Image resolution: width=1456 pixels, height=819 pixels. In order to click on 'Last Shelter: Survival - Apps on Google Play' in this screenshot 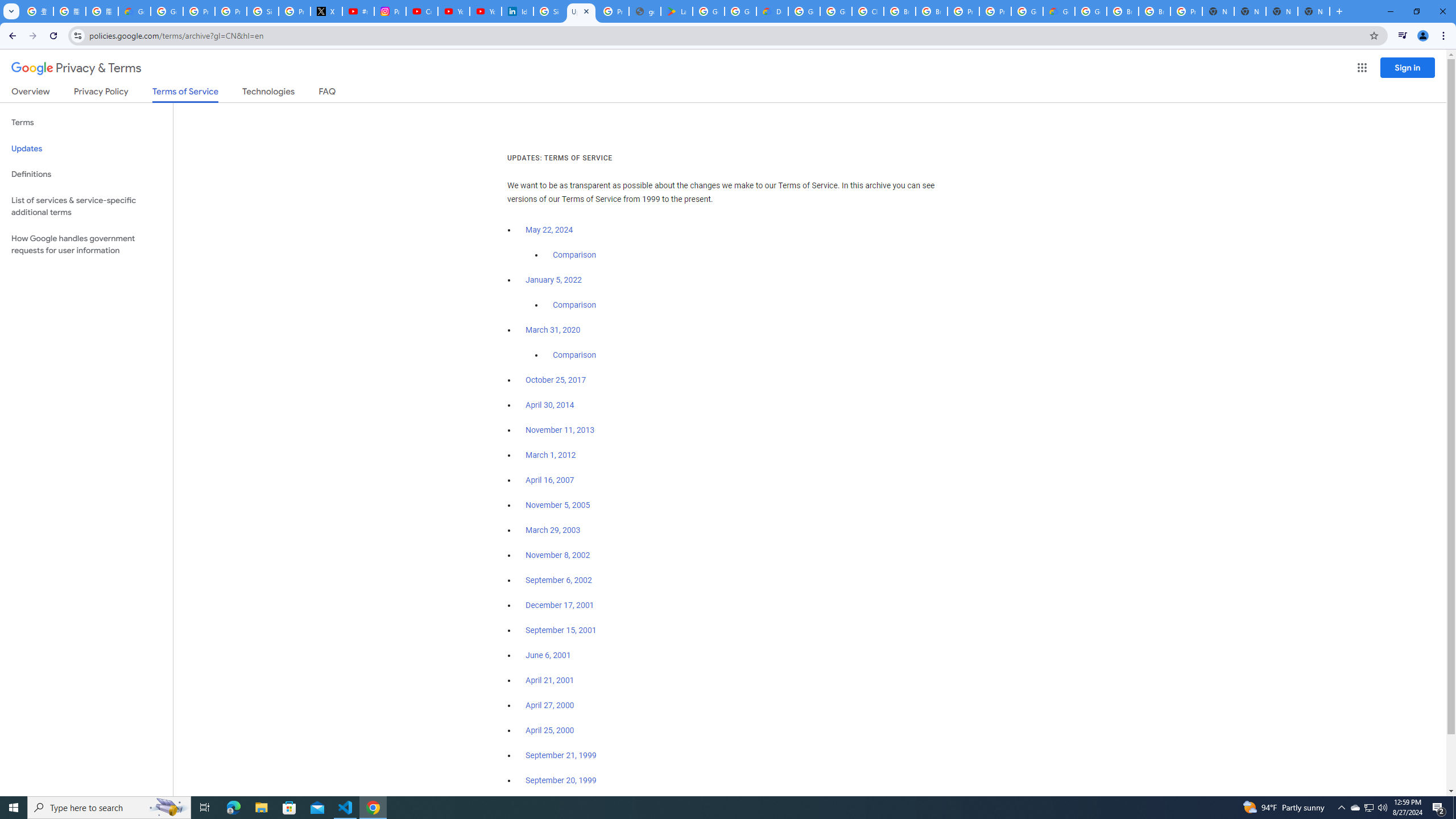, I will do `click(676, 11)`.